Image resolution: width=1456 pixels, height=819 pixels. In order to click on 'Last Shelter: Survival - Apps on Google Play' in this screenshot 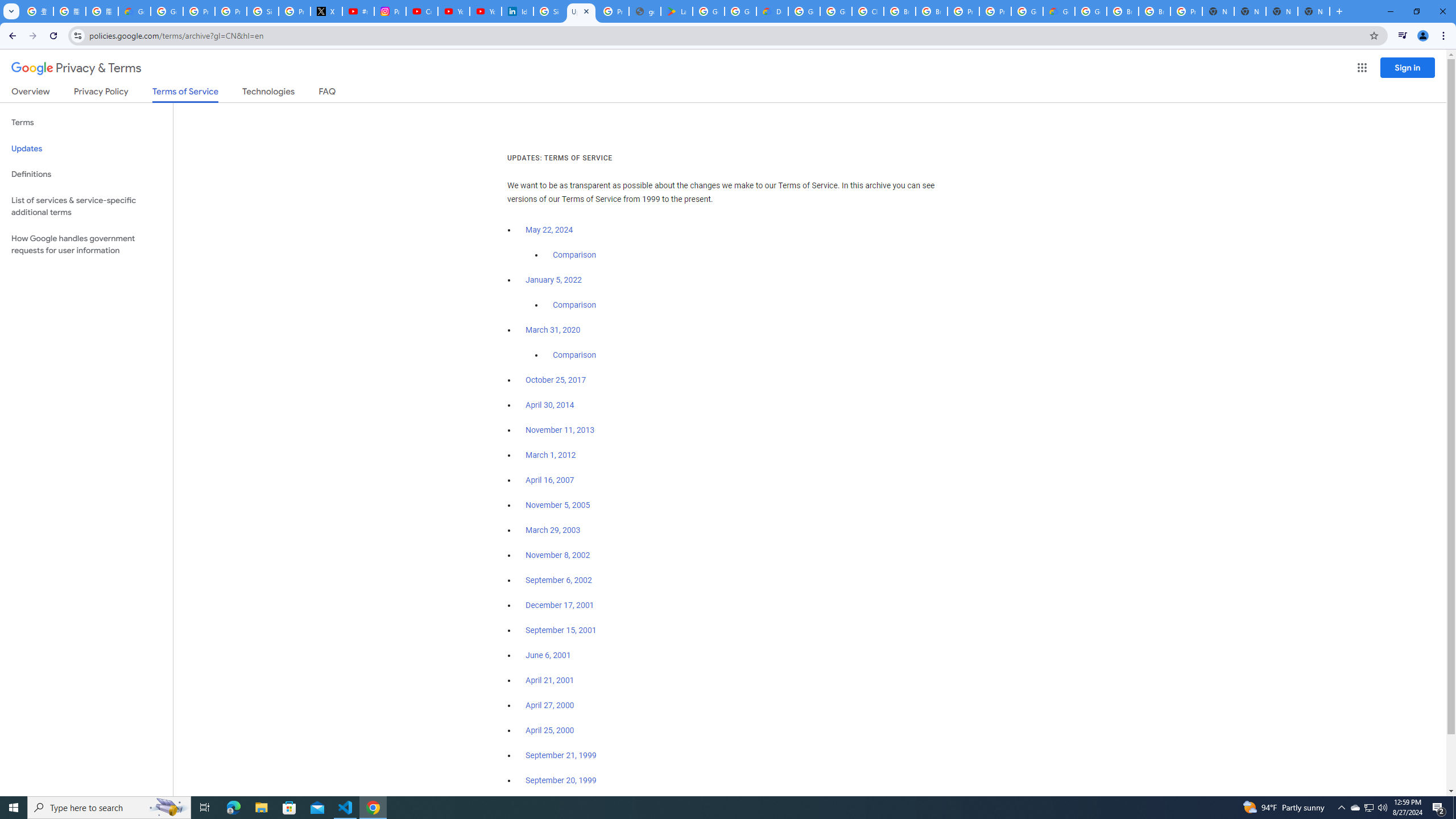, I will do `click(676, 11)`.